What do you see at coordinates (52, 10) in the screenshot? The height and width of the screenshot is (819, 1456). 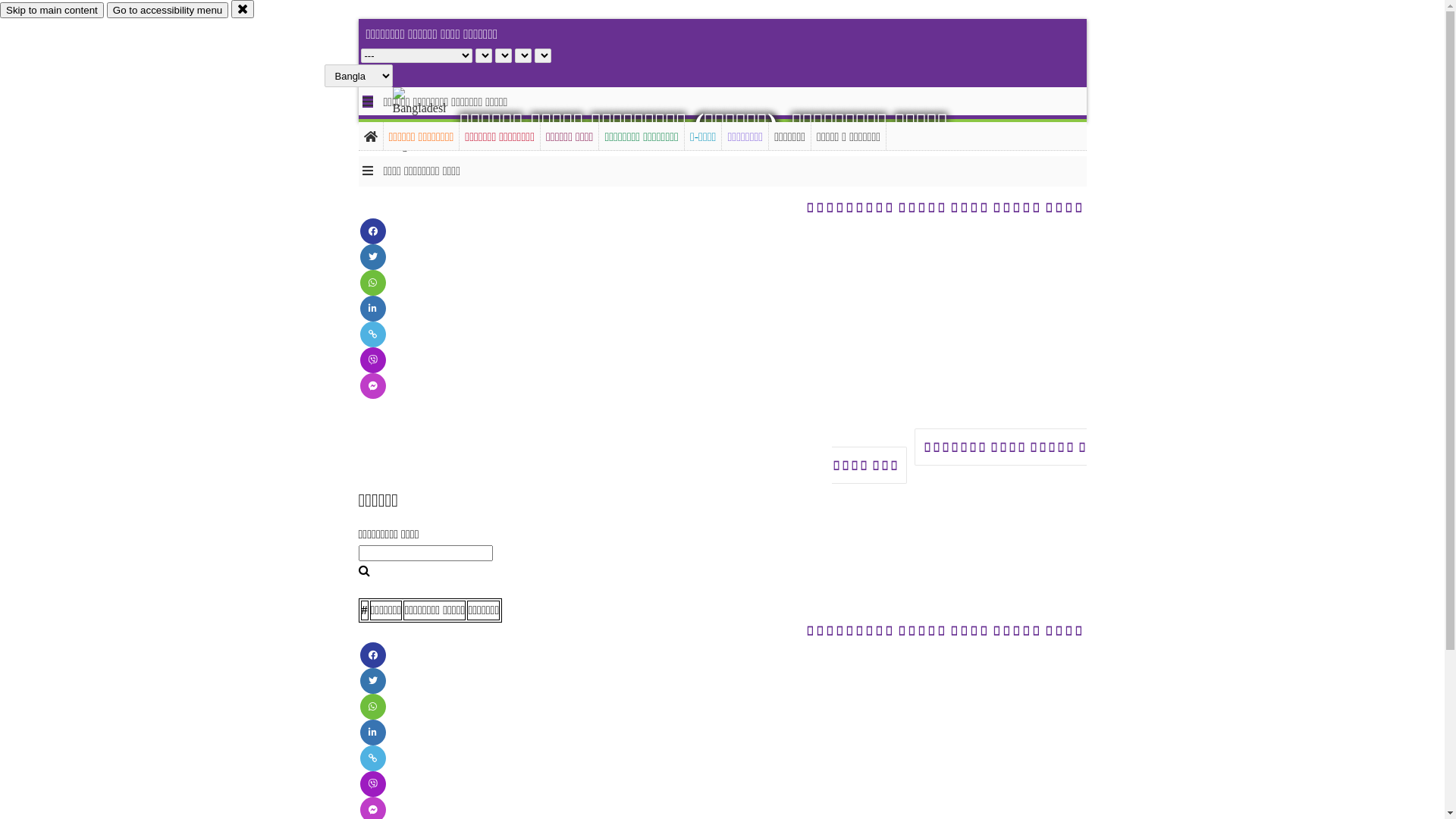 I see `'Skip to main content'` at bounding box center [52, 10].